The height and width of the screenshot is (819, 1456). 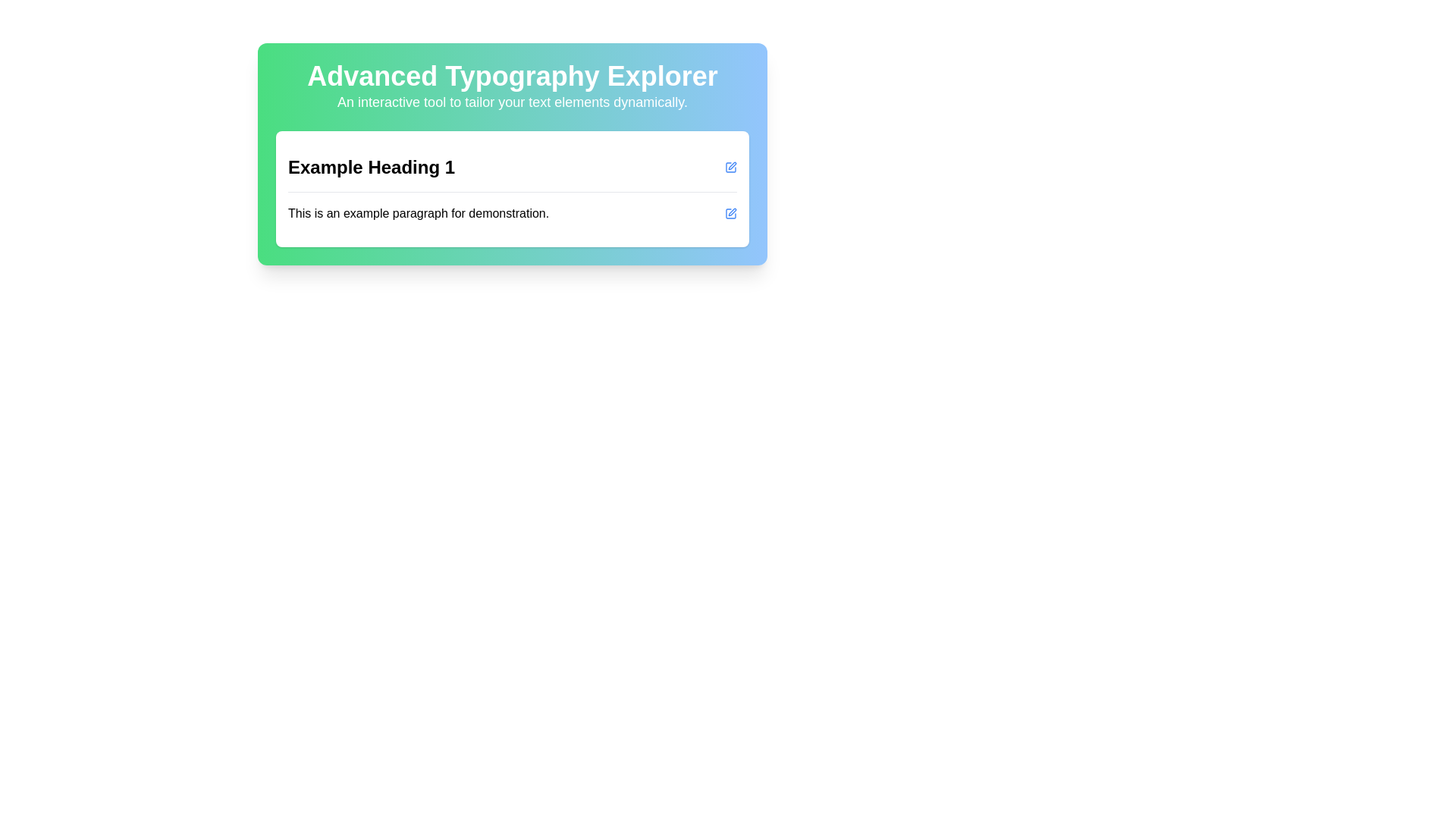 I want to click on keyboard navigation, so click(x=731, y=213).